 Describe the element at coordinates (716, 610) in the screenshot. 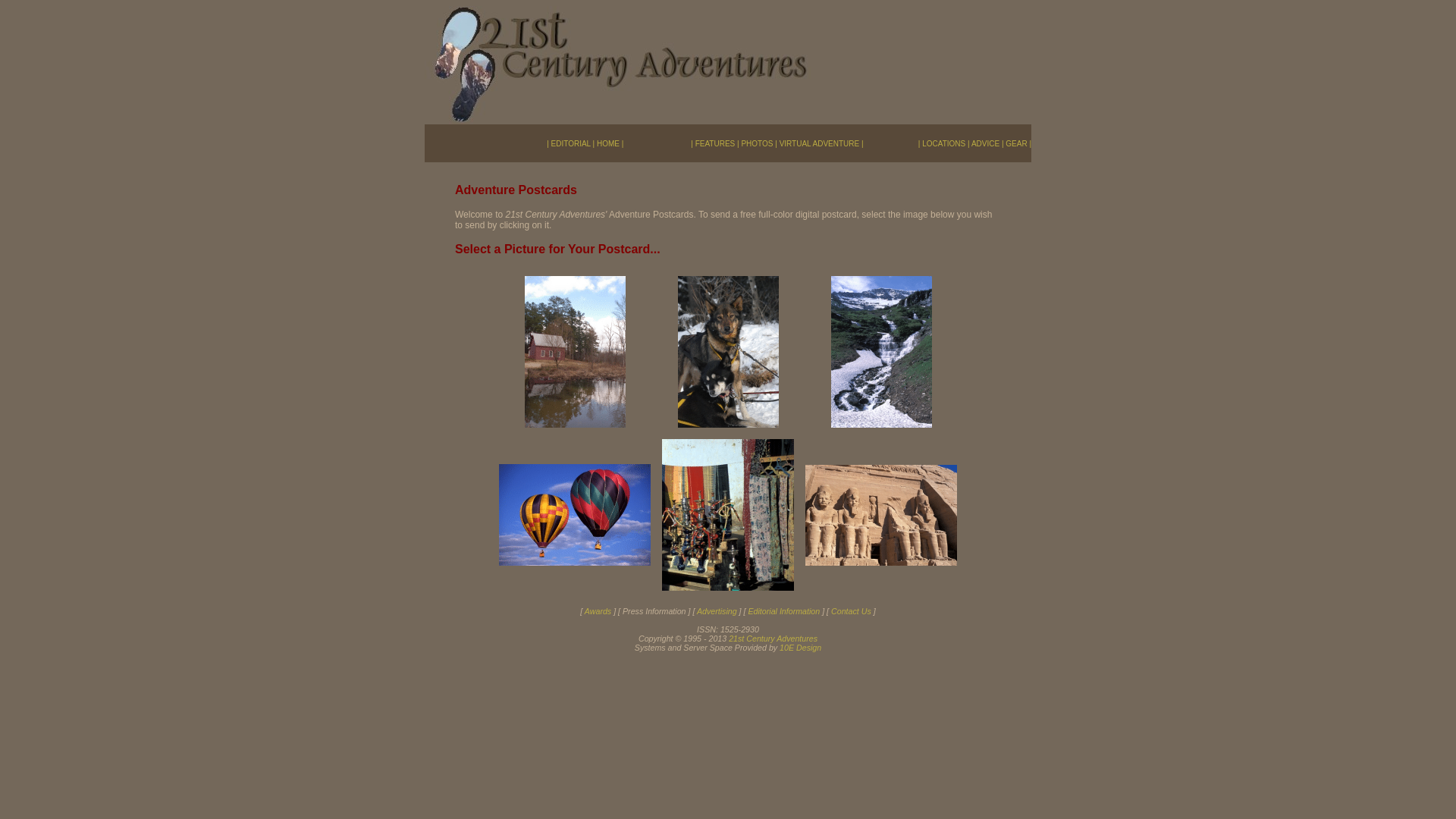

I see `'Advertising'` at that location.